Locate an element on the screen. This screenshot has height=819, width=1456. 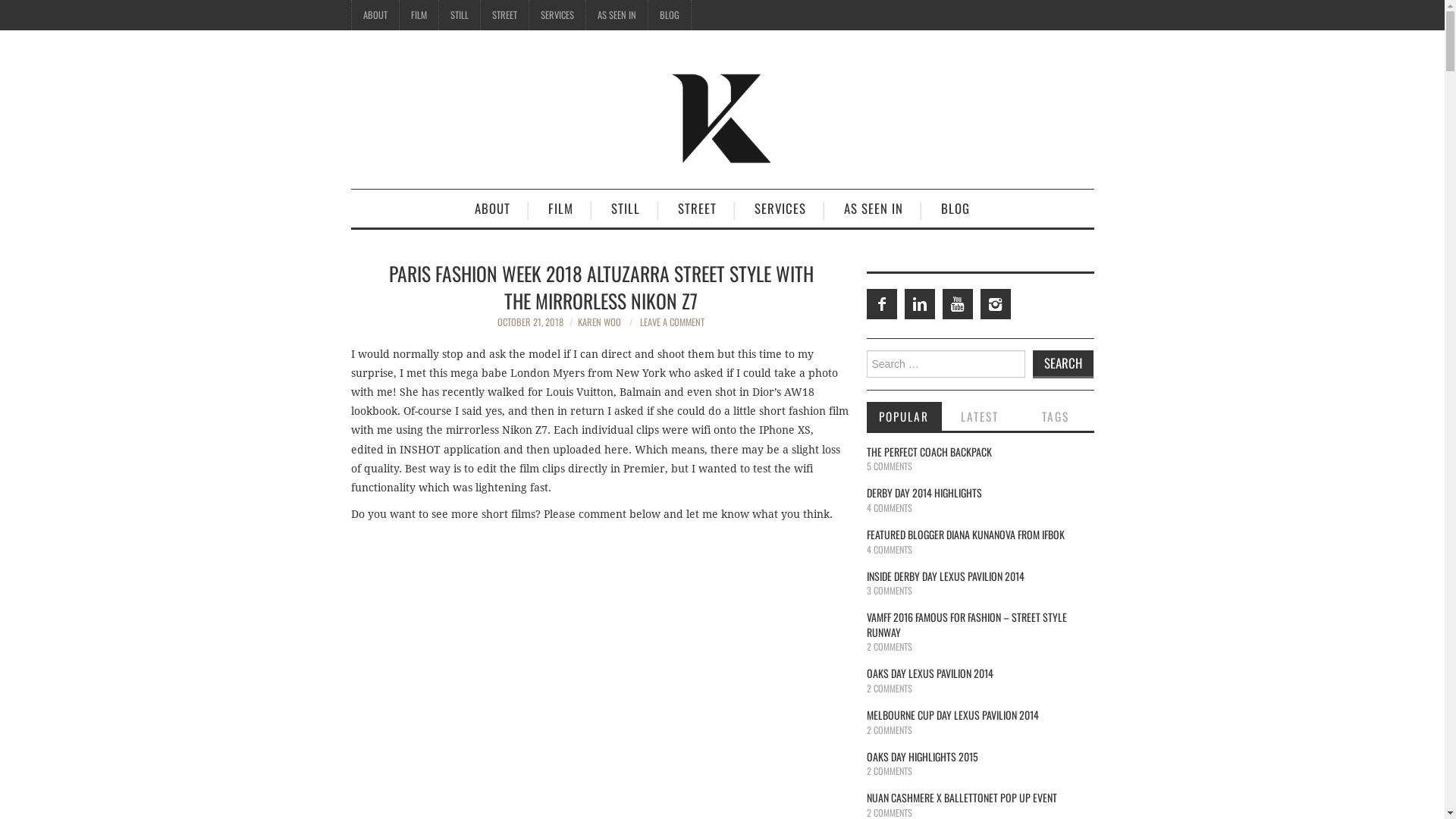
'OAKS DAY HIGHLIGHTS 2015' is located at coordinates (866, 756).